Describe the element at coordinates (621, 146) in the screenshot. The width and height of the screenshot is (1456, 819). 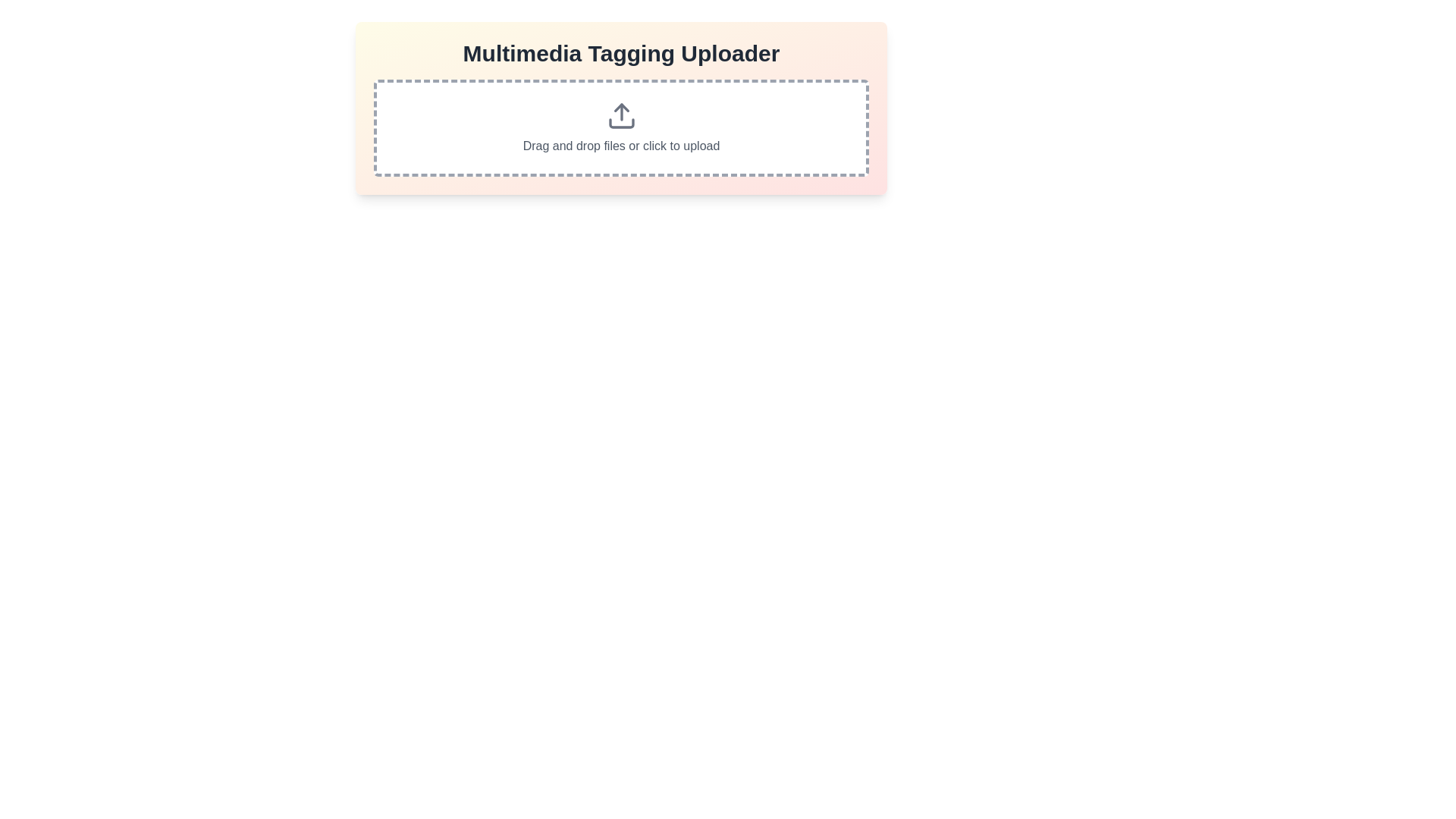
I see `informational label that says 'Drag and drop files or click to upload', which is styled with a gray font color and positioned within a dashed rectangular area for file uploads` at that location.